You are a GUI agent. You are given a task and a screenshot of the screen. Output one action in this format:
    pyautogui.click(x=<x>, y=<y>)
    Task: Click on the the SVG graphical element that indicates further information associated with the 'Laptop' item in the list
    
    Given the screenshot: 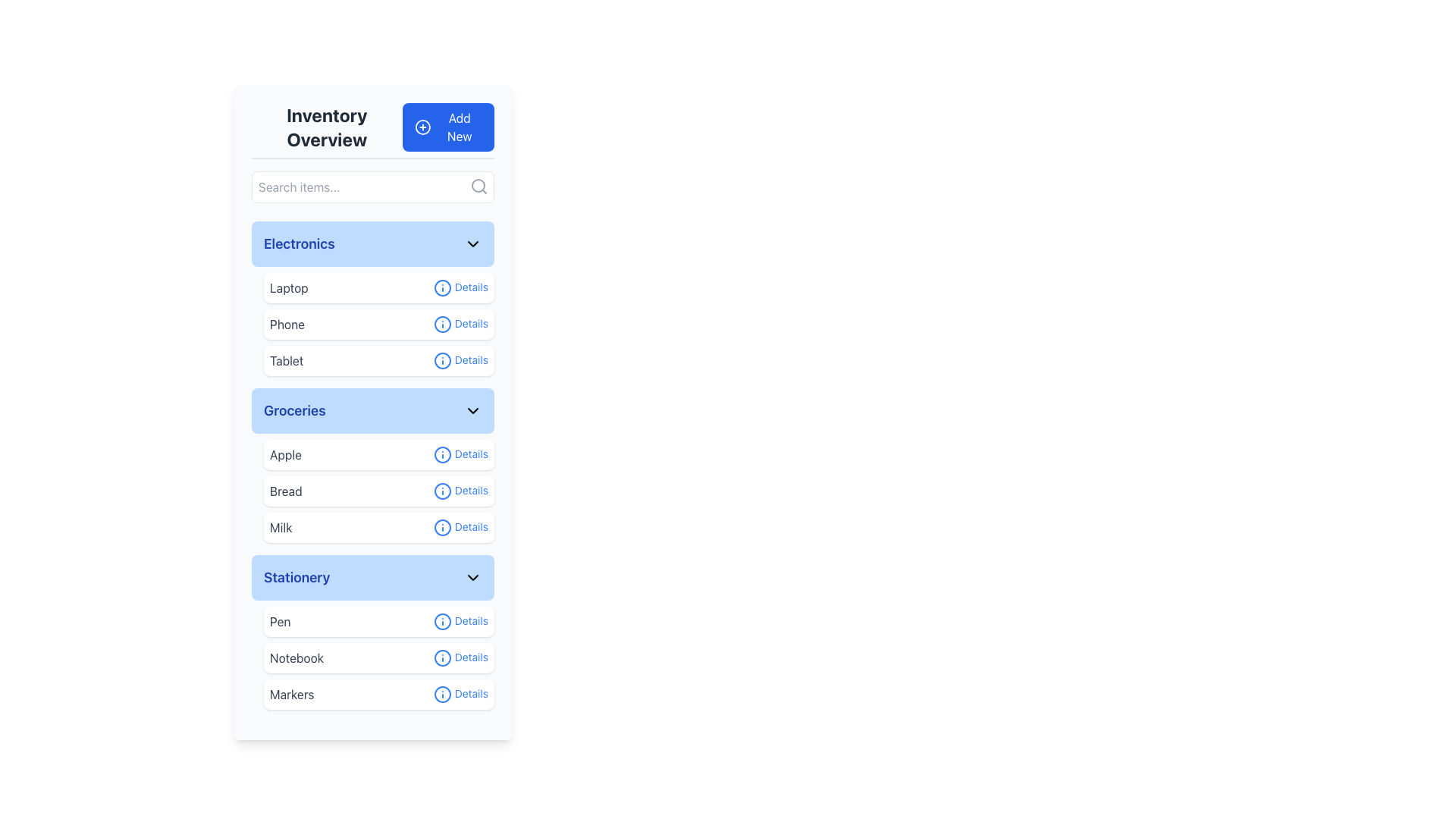 What is the action you would take?
    pyautogui.click(x=441, y=288)
    